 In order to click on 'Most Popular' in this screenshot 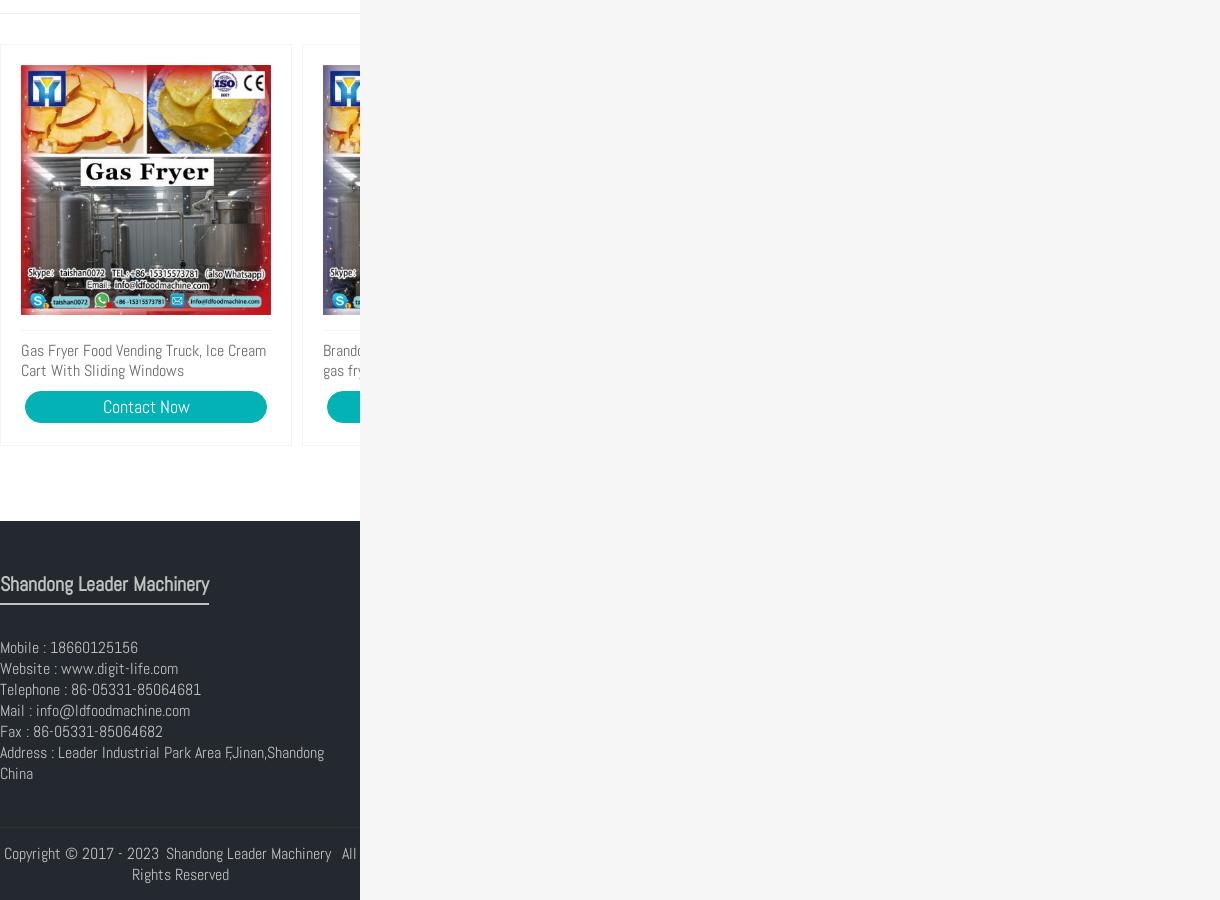, I will do `click(429, 584)`.